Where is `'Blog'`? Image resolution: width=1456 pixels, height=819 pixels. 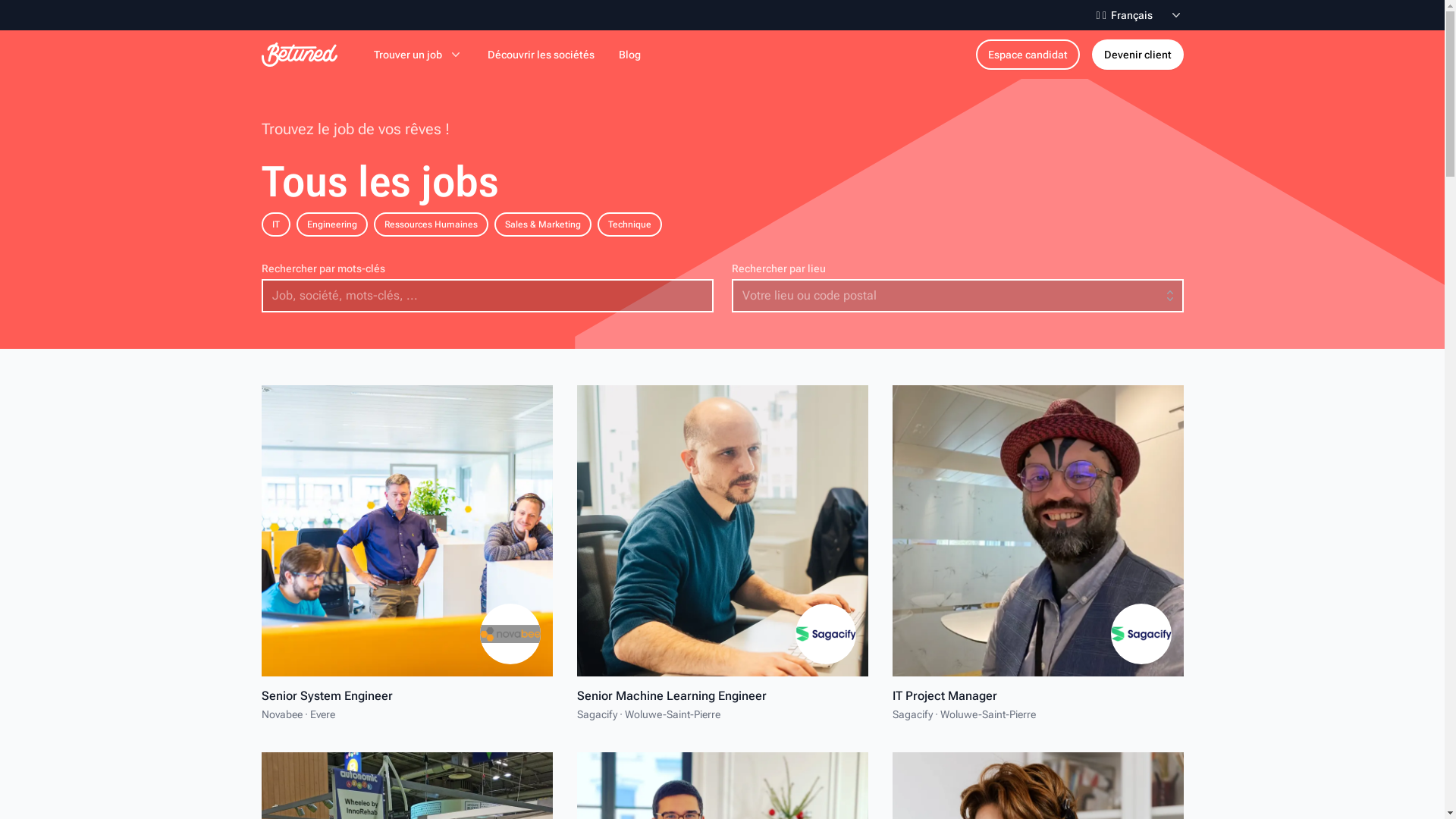 'Blog' is located at coordinates (629, 54).